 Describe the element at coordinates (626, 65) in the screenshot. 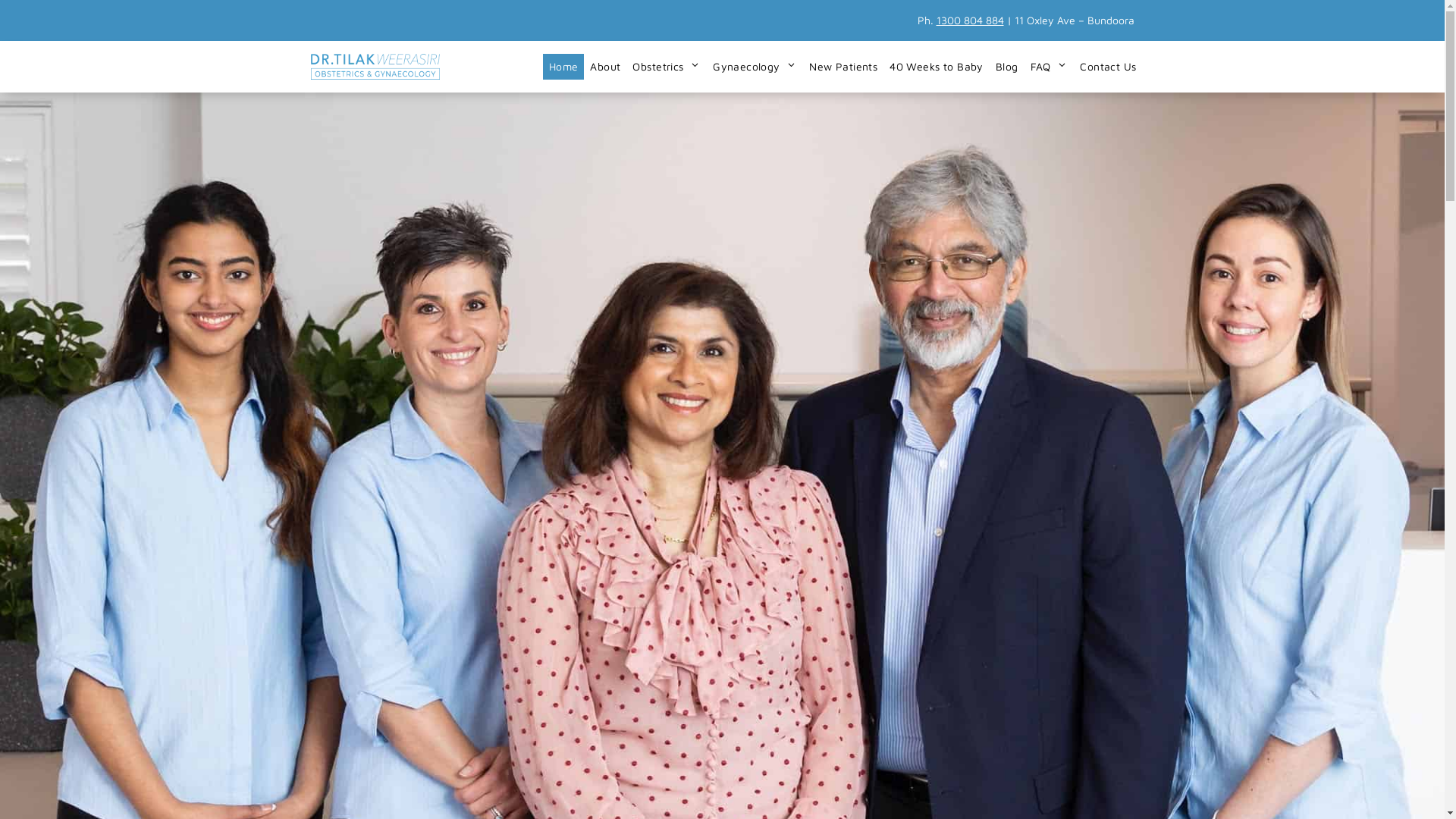

I see `'Obstetrics'` at that location.